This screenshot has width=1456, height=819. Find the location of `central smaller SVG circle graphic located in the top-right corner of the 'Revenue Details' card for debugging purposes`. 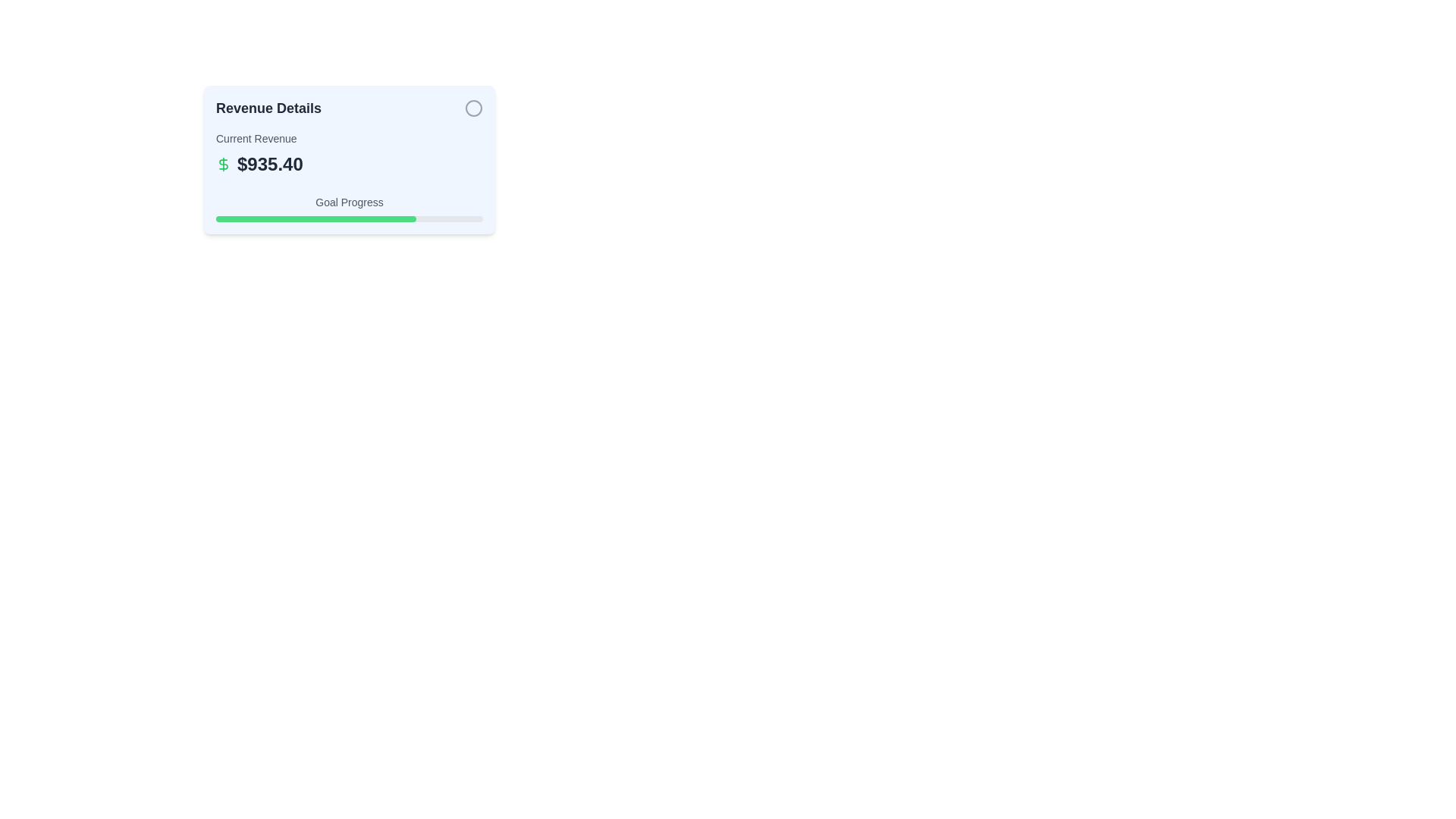

central smaller SVG circle graphic located in the top-right corner of the 'Revenue Details' card for debugging purposes is located at coordinates (472, 107).